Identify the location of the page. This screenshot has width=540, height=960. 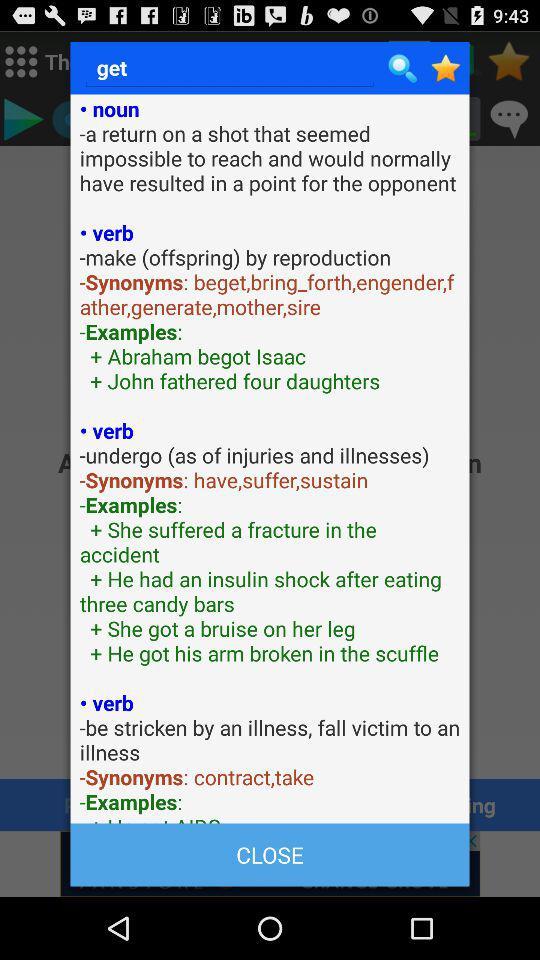
(446, 68).